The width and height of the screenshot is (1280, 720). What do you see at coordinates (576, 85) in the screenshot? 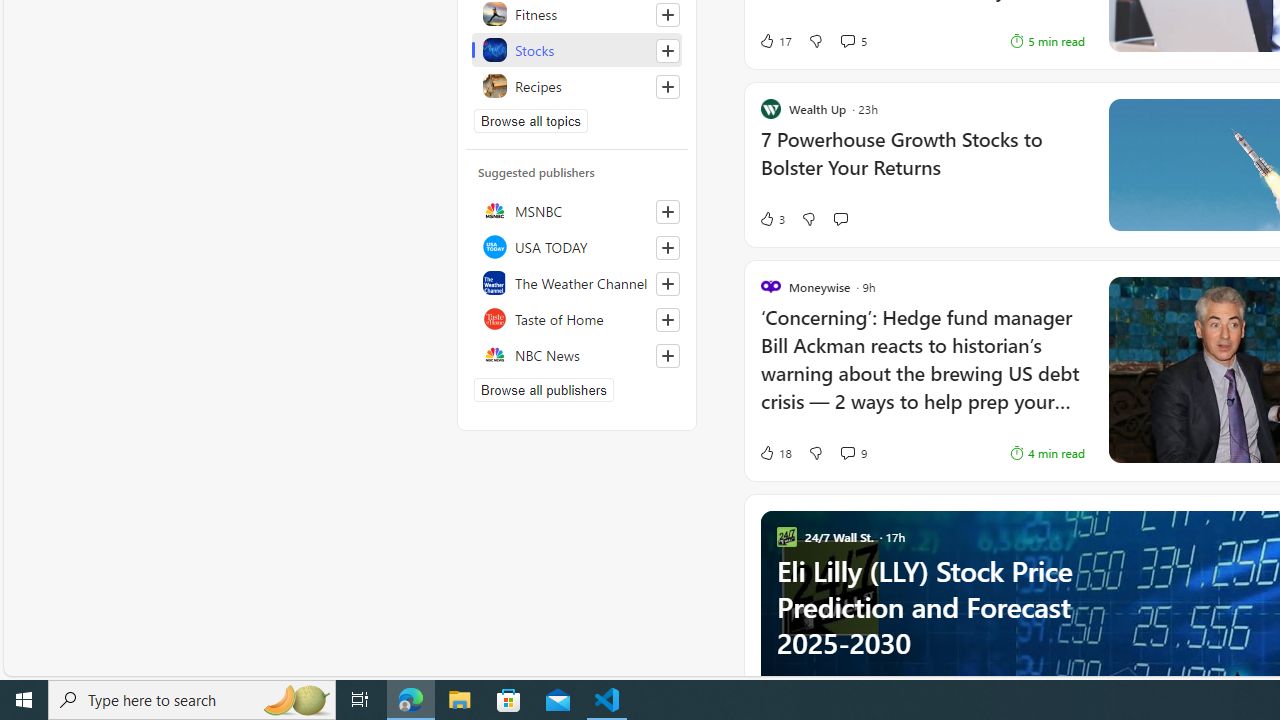
I see `'Recipes'` at bounding box center [576, 85].